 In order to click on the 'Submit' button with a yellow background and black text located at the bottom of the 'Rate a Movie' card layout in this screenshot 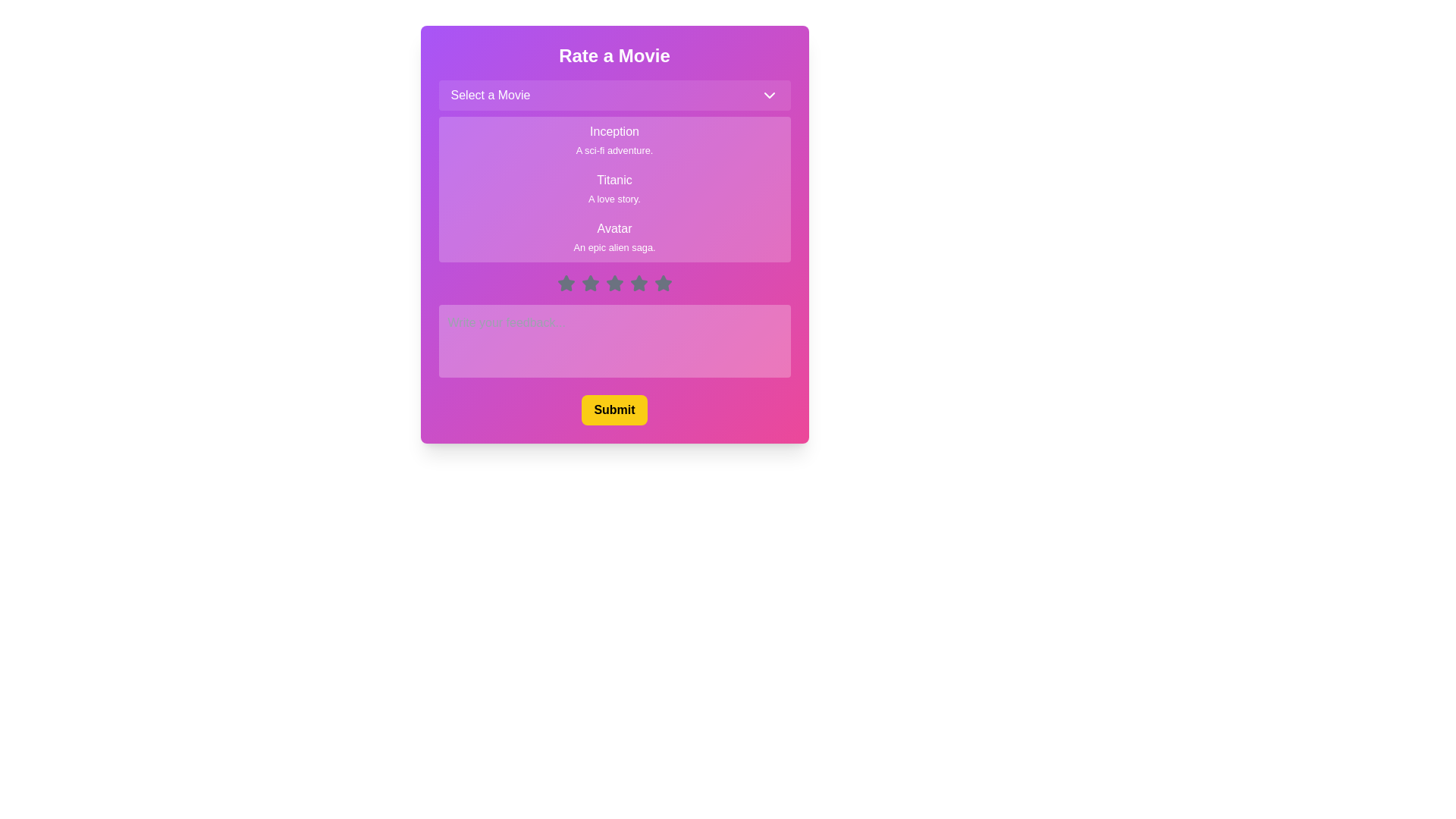, I will do `click(614, 409)`.